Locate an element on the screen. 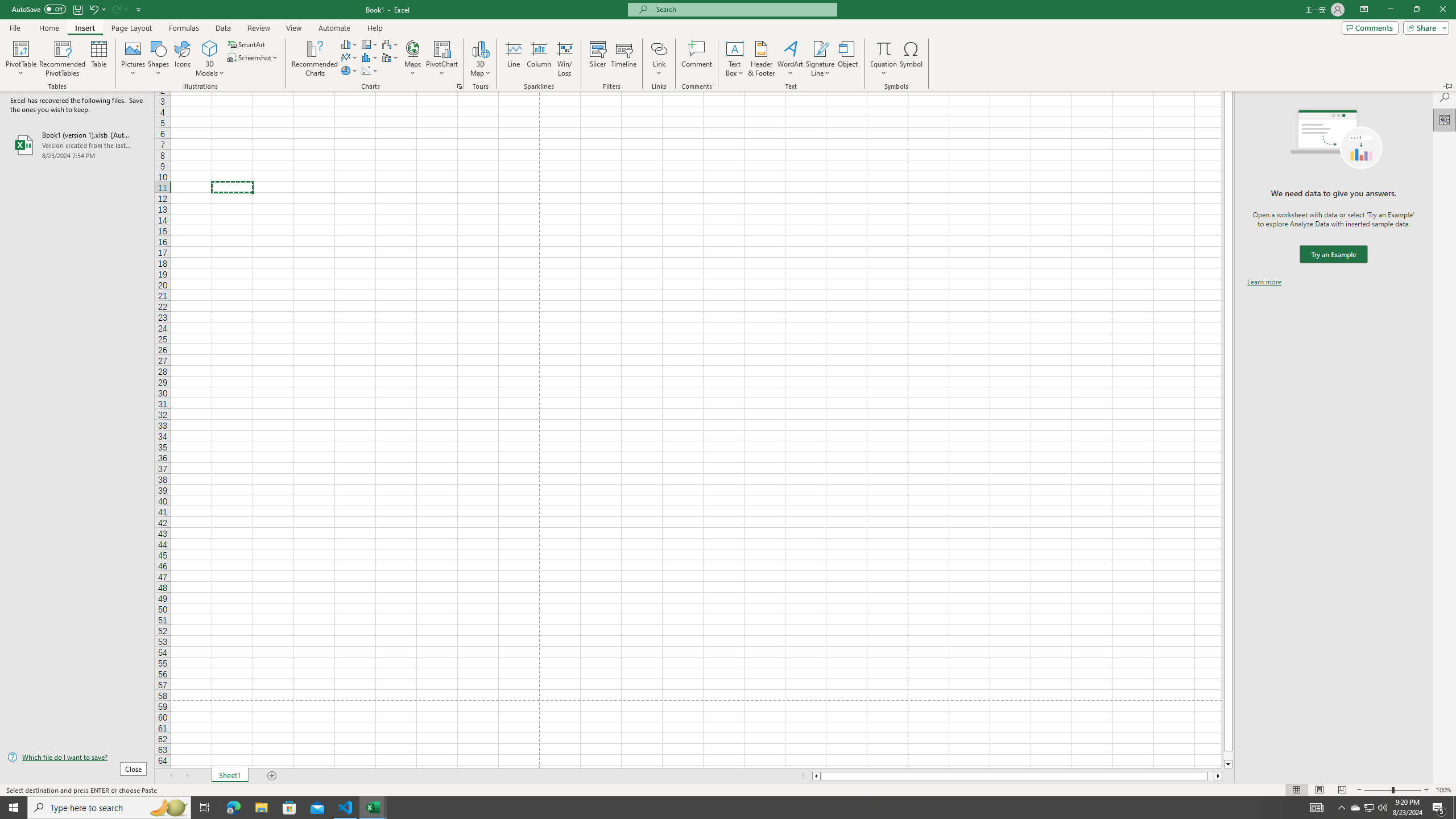 The image size is (1456, 819). 'View' is located at coordinates (292, 28).